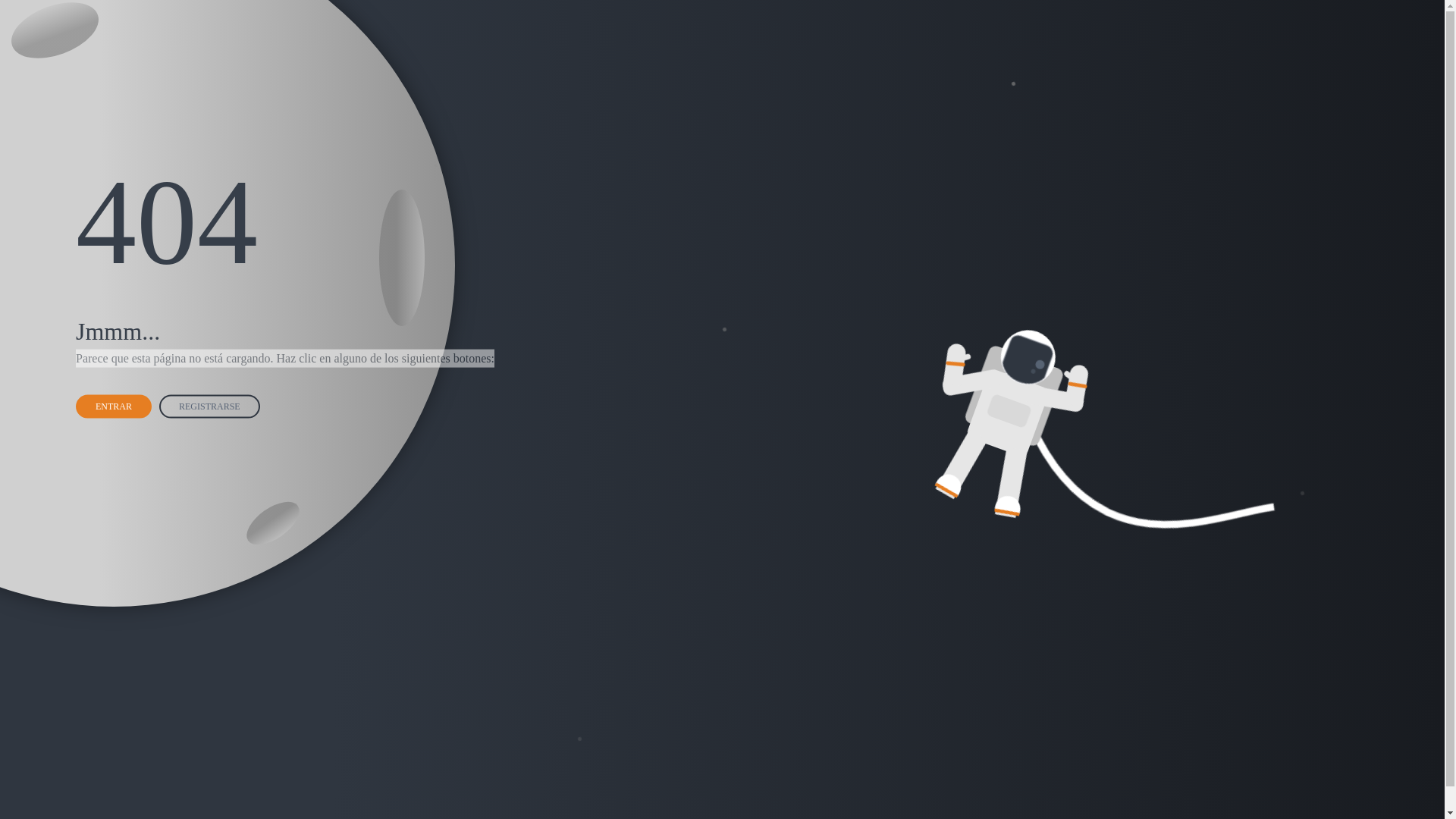 Image resolution: width=1456 pixels, height=819 pixels. What do you see at coordinates (115, 404) in the screenshot?
I see `'ENTRAR'` at bounding box center [115, 404].